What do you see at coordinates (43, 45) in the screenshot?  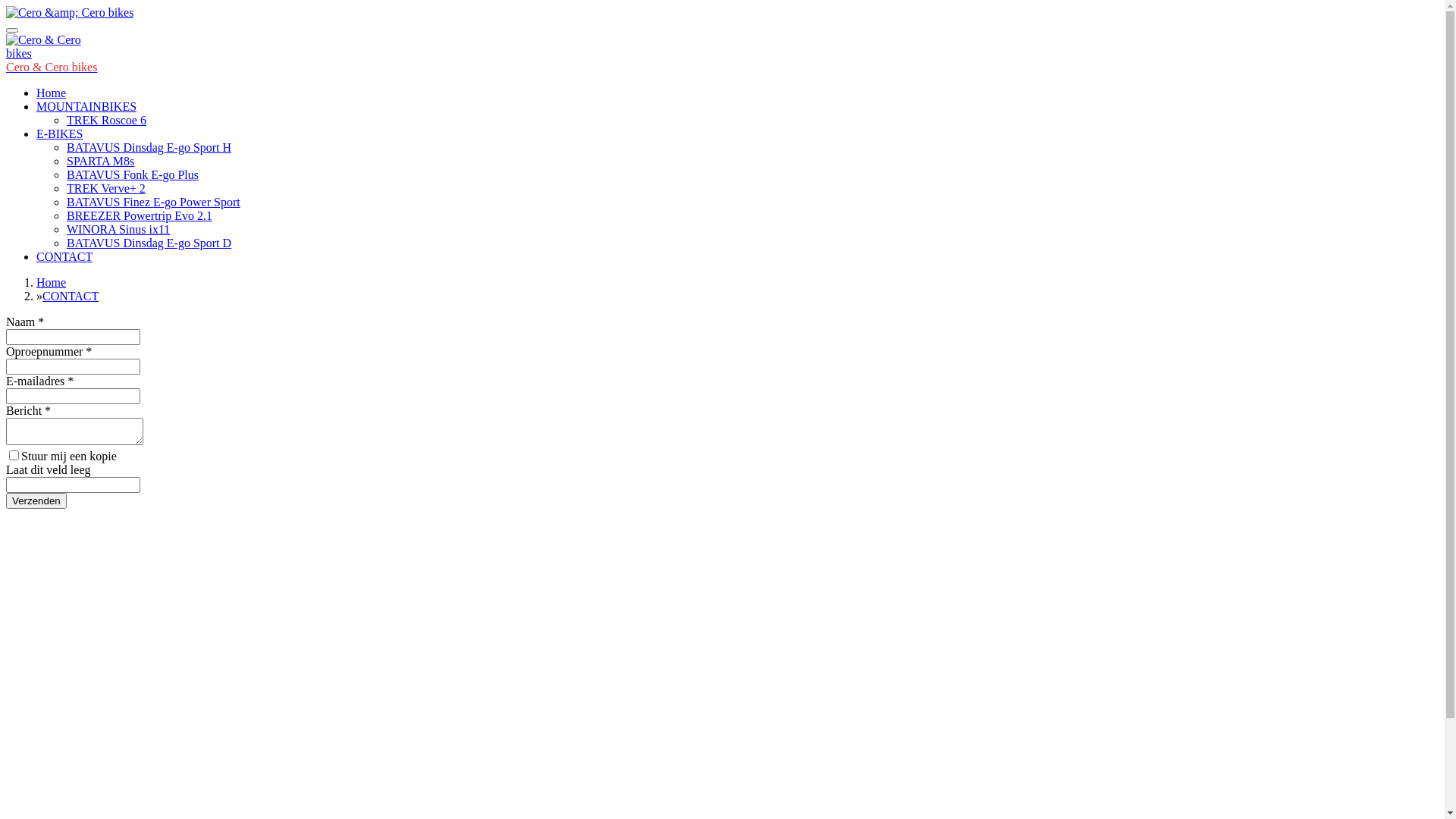 I see `'Cero & Cero bikes'` at bounding box center [43, 45].